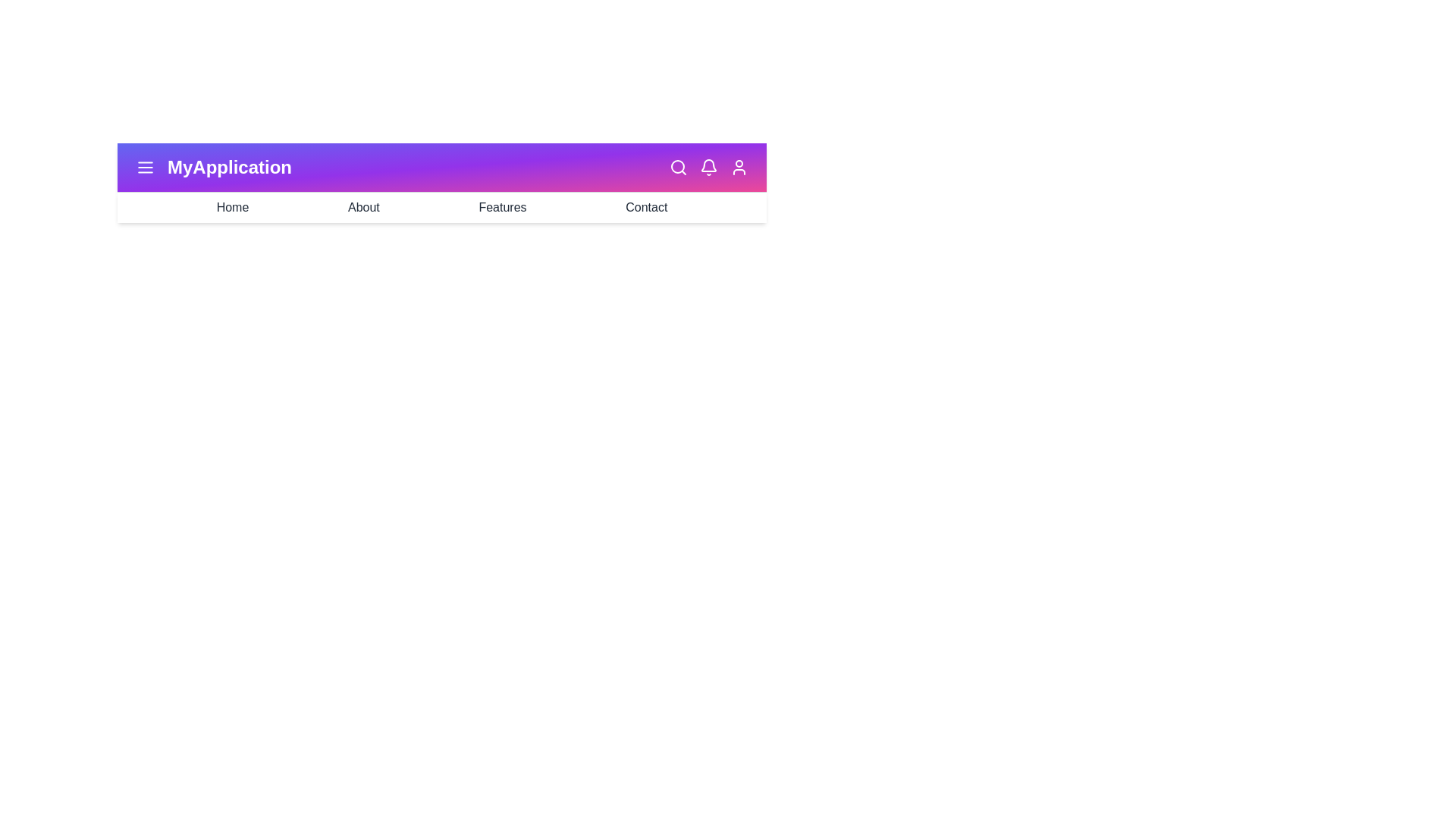  I want to click on the menu item Contact from the dropdown menu, so click(646, 207).